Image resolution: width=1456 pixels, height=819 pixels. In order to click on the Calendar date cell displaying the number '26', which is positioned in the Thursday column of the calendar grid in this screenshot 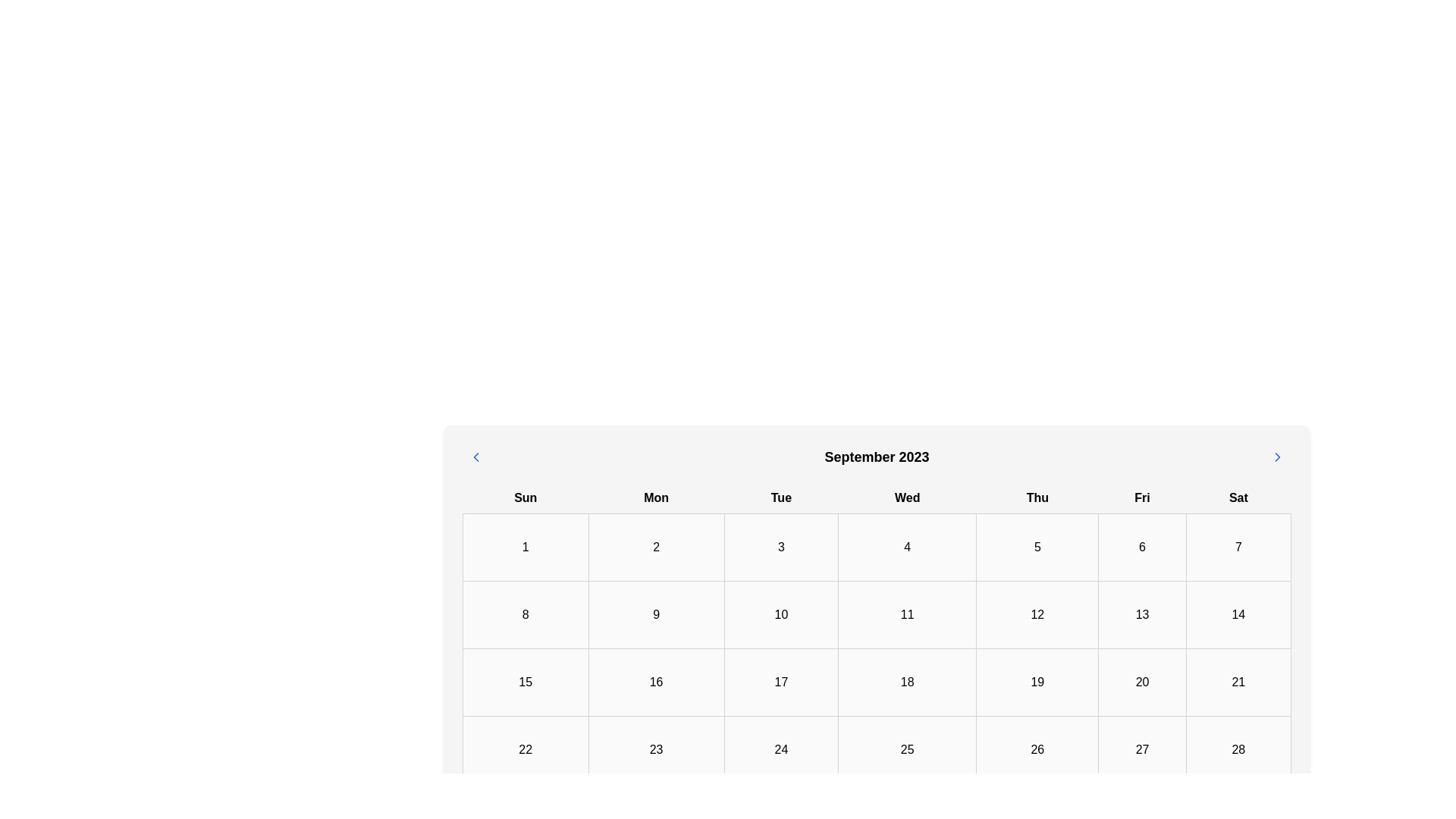, I will do `click(1037, 748)`.